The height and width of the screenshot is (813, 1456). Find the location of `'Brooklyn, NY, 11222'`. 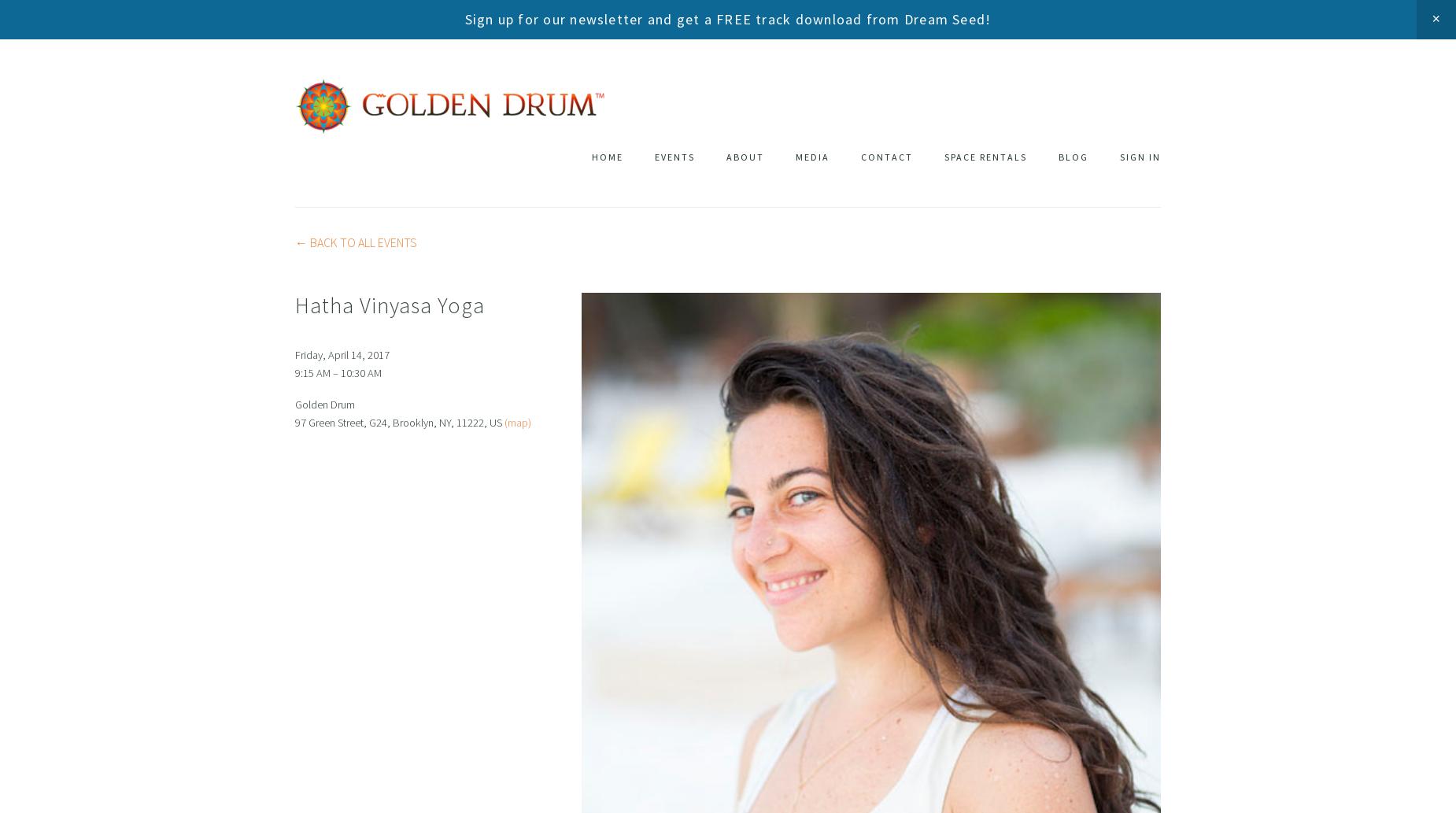

'Brooklyn, NY, 11222' is located at coordinates (438, 421).